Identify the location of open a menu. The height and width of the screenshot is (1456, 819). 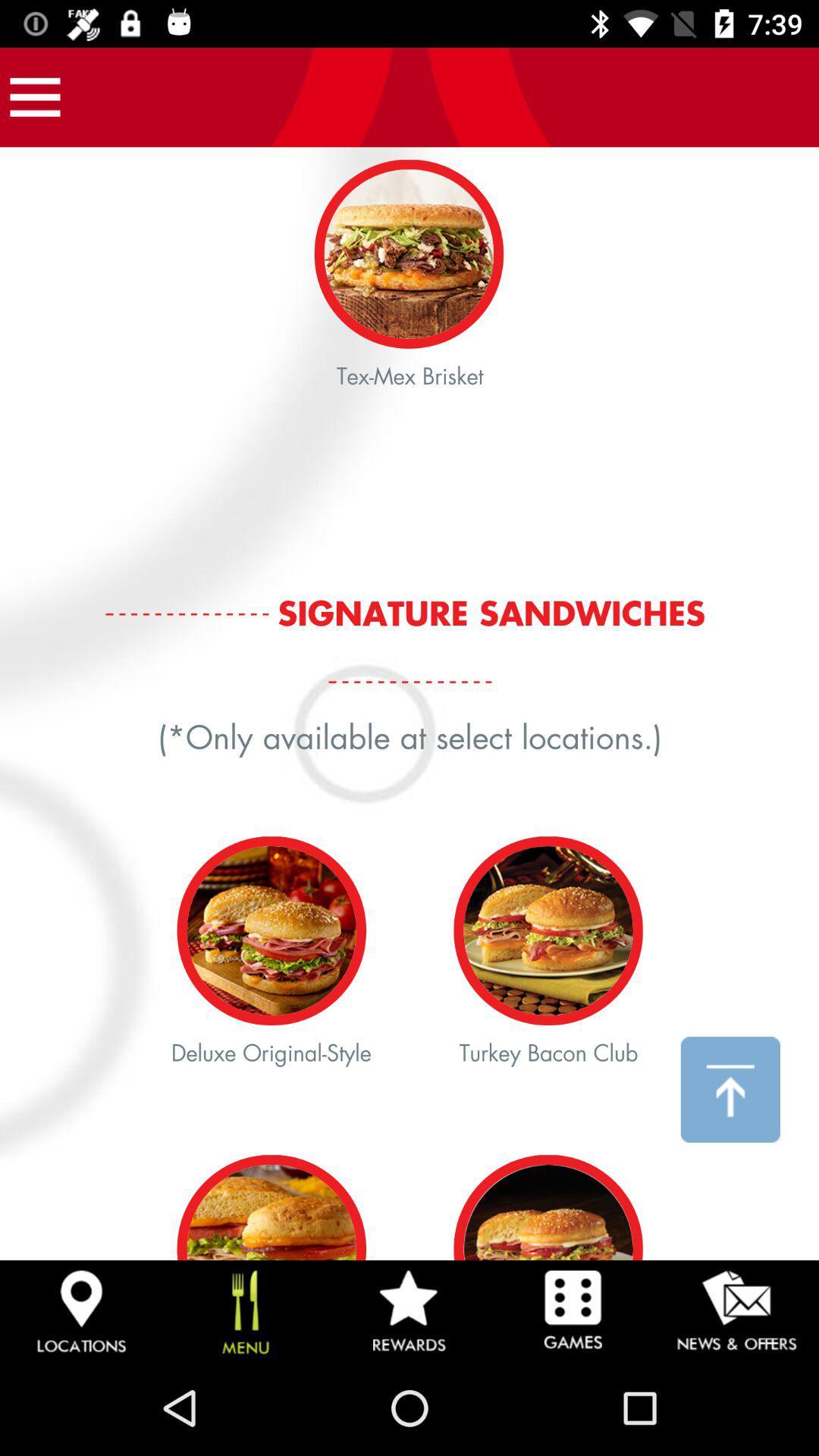
(34, 96).